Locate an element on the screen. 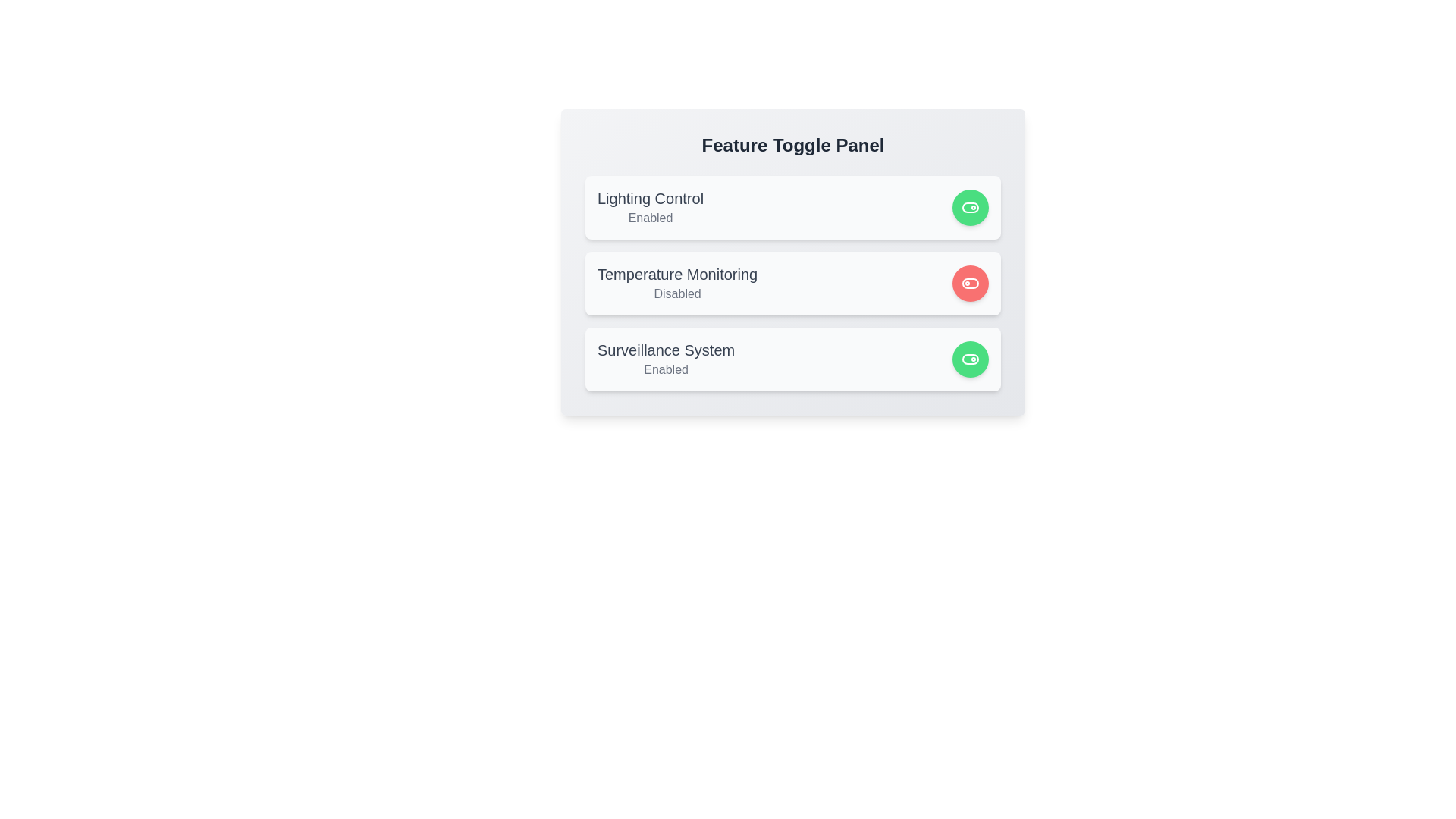 The image size is (1456, 819). the toggle button for Lighting Control to change its state is located at coordinates (971, 207).